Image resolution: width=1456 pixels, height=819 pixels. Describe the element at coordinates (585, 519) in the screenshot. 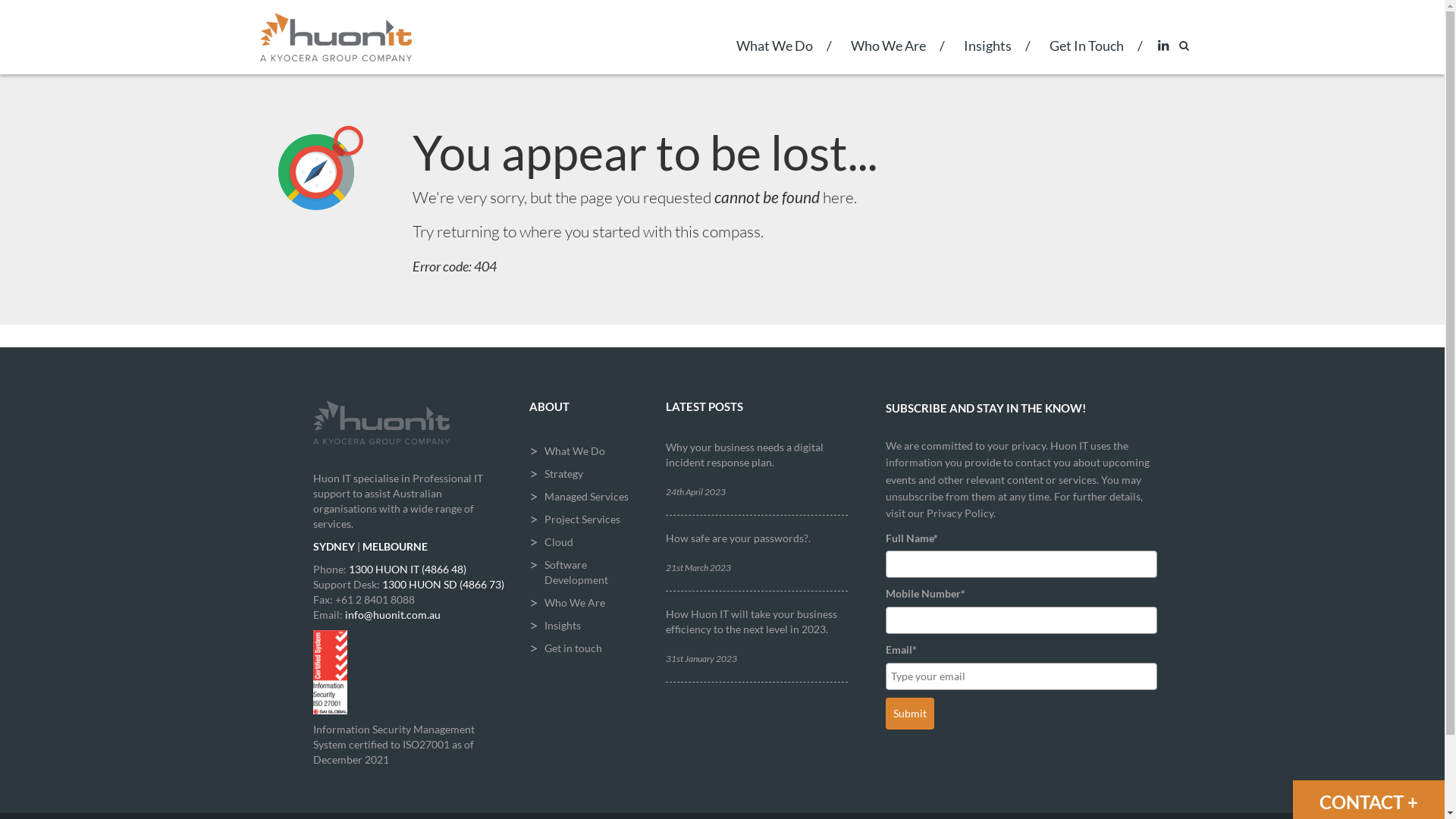

I see `'Project Services'` at that location.